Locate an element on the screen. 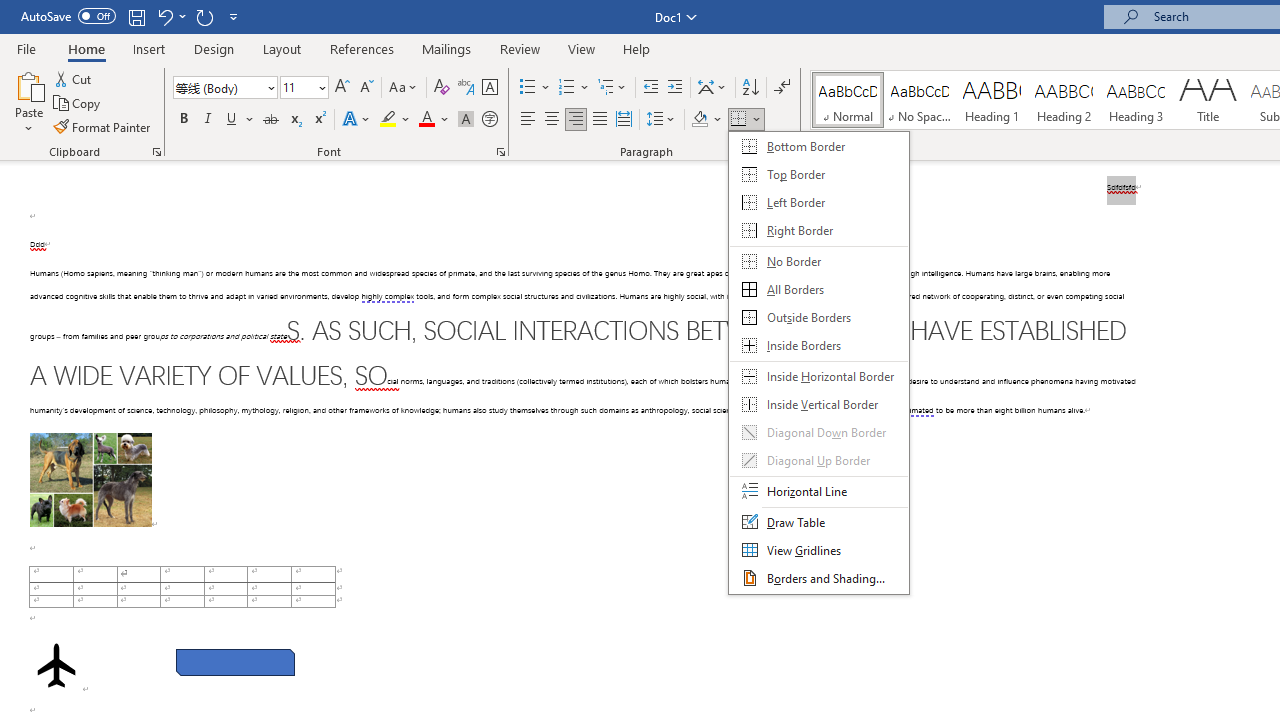 This screenshot has width=1280, height=720. 'Airplane with solid fill' is located at coordinates (56, 665).